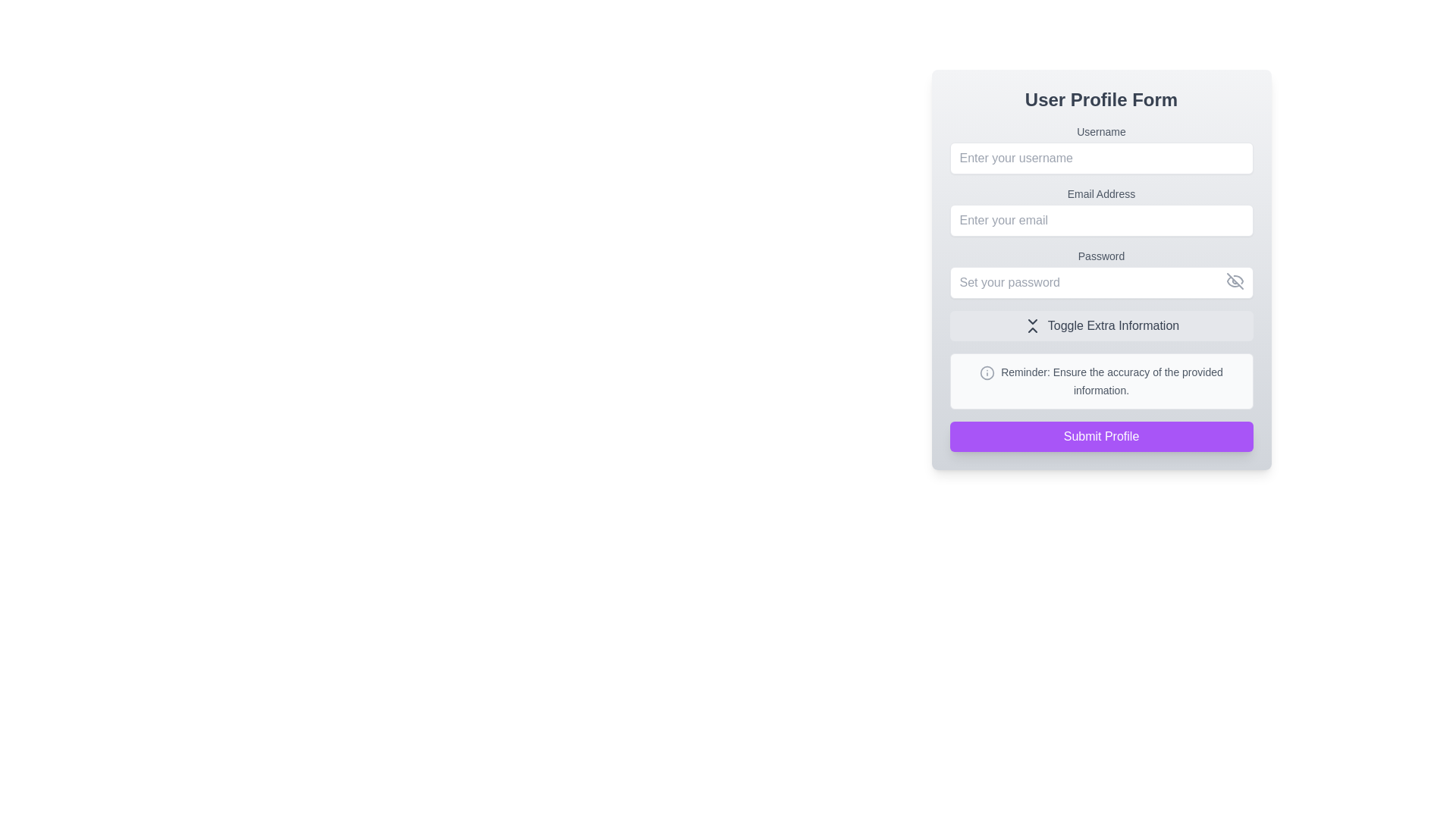  I want to click on the visibility toggle button located on the right side of the 'Set your password' input field, so click(1235, 281).